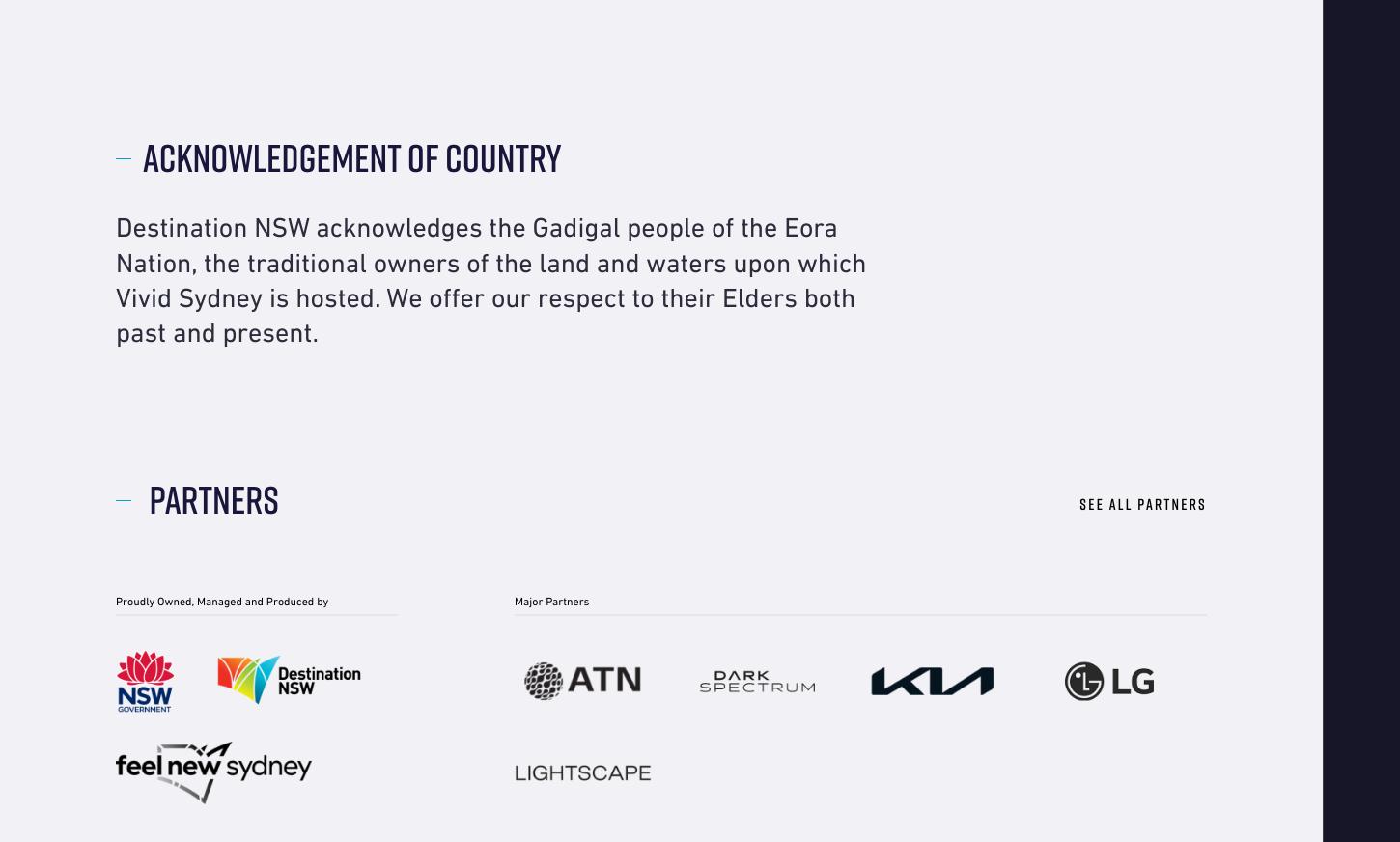  Describe the element at coordinates (145, 50) in the screenshot. I see `'Contact Us'` at that location.